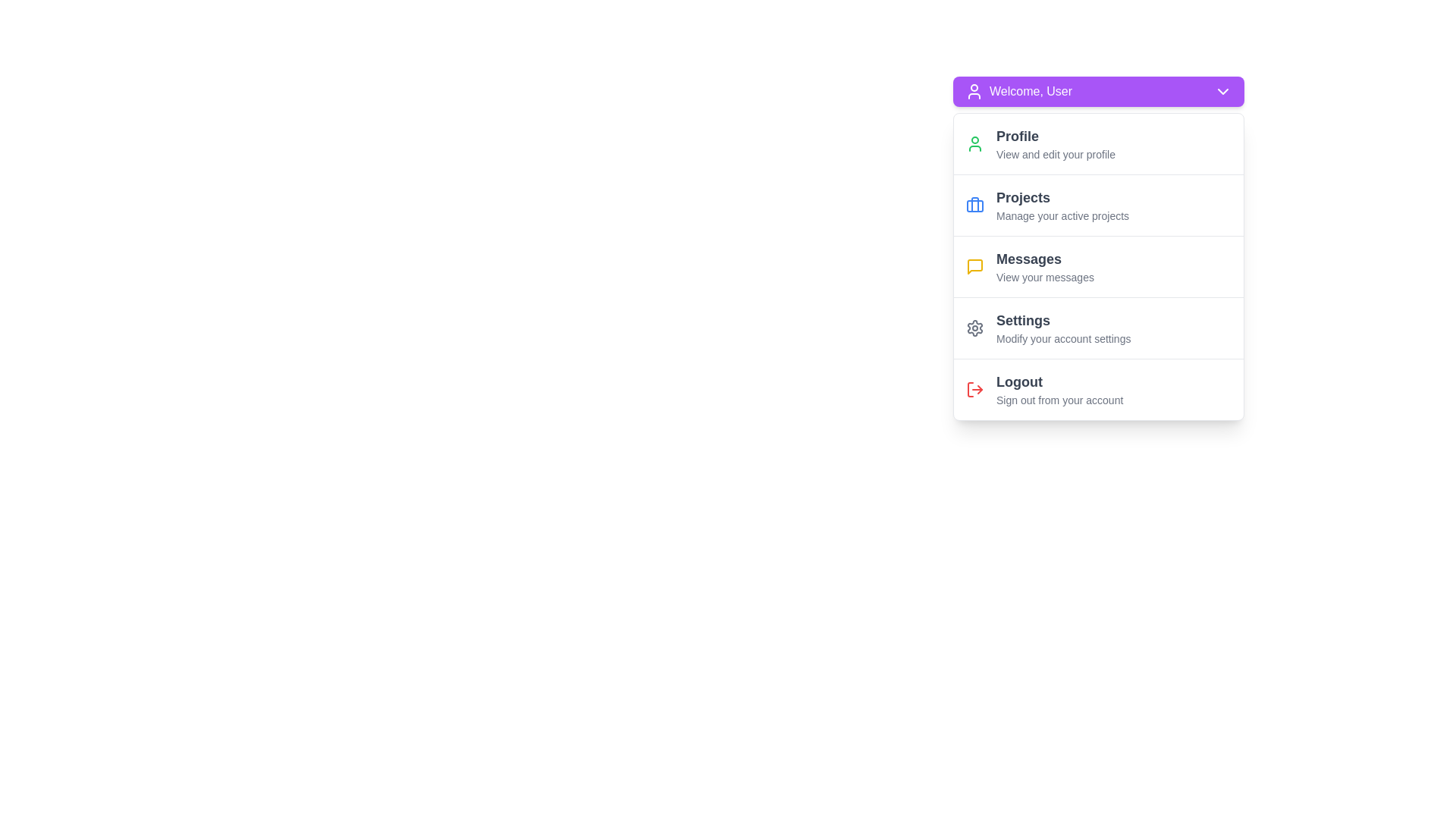  I want to click on the downward-chevron icon with a purple background located in the header next to the 'Welcome, User' message, so click(1222, 91).